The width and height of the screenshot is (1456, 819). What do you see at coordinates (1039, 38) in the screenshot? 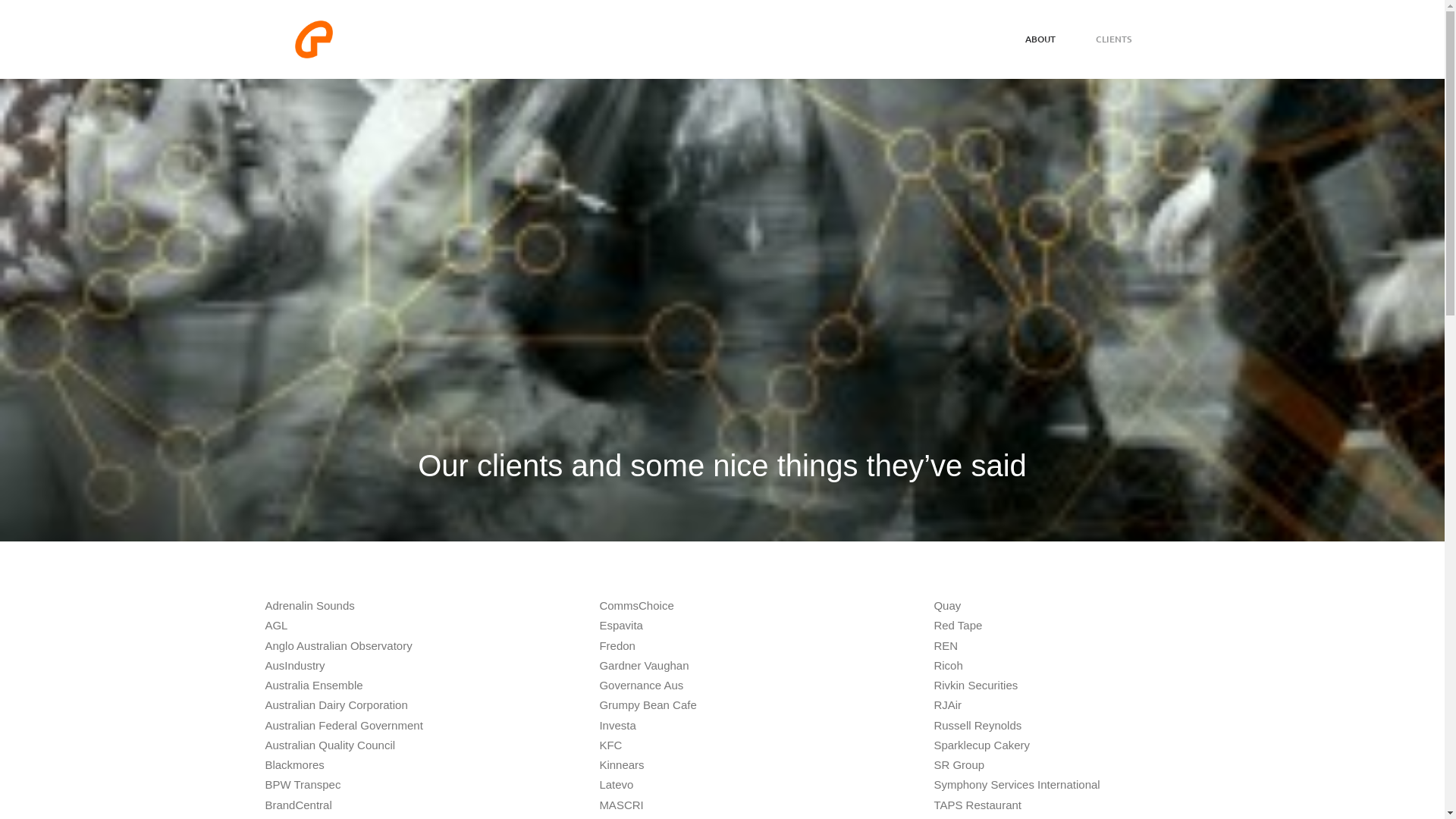
I see `'ABOUT'` at bounding box center [1039, 38].